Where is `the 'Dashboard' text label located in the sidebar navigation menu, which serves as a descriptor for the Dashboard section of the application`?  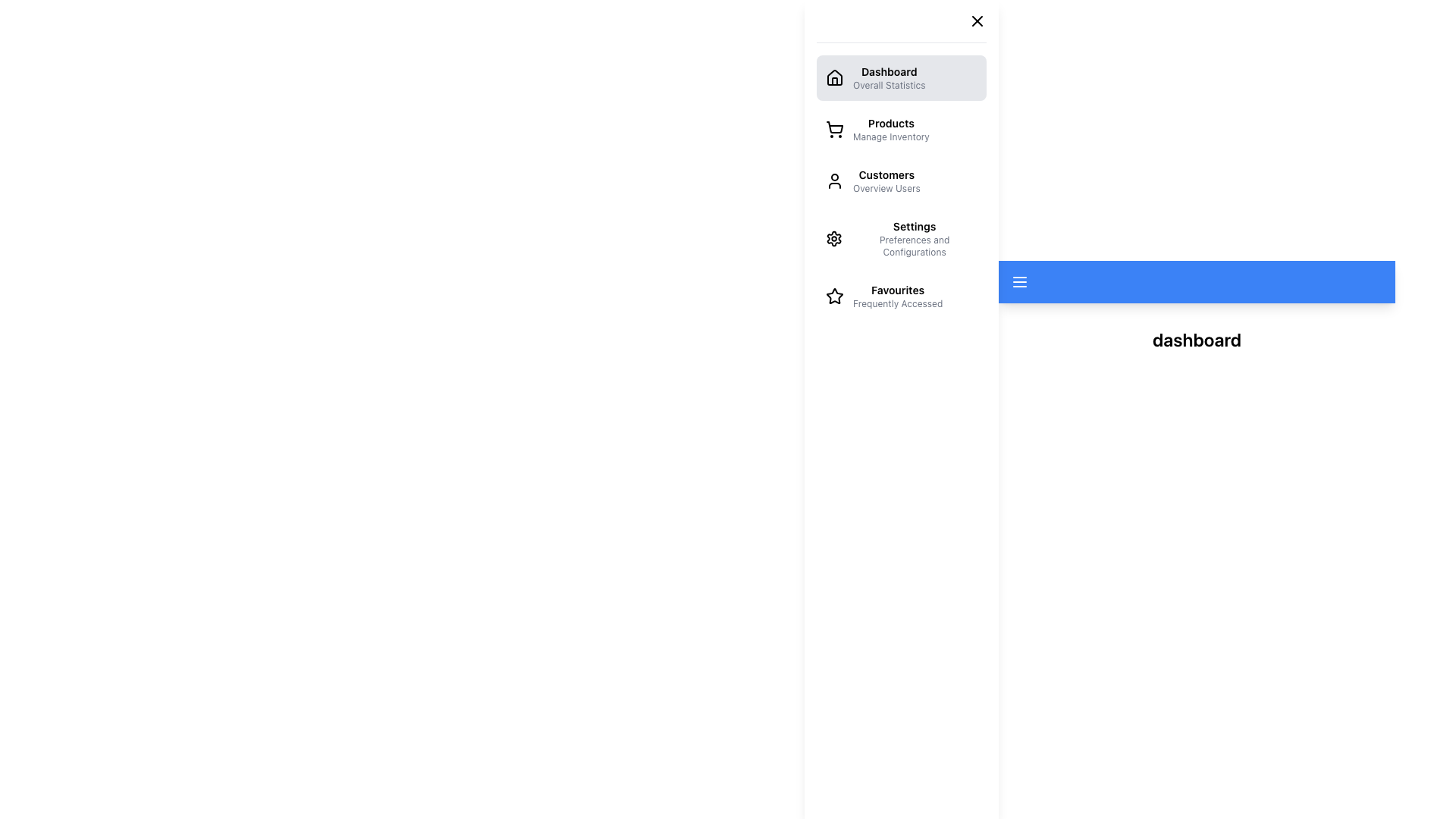 the 'Dashboard' text label located in the sidebar navigation menu, which serves as a descriptor for the Dashboard section of the application is located at coordinates (889, 72).